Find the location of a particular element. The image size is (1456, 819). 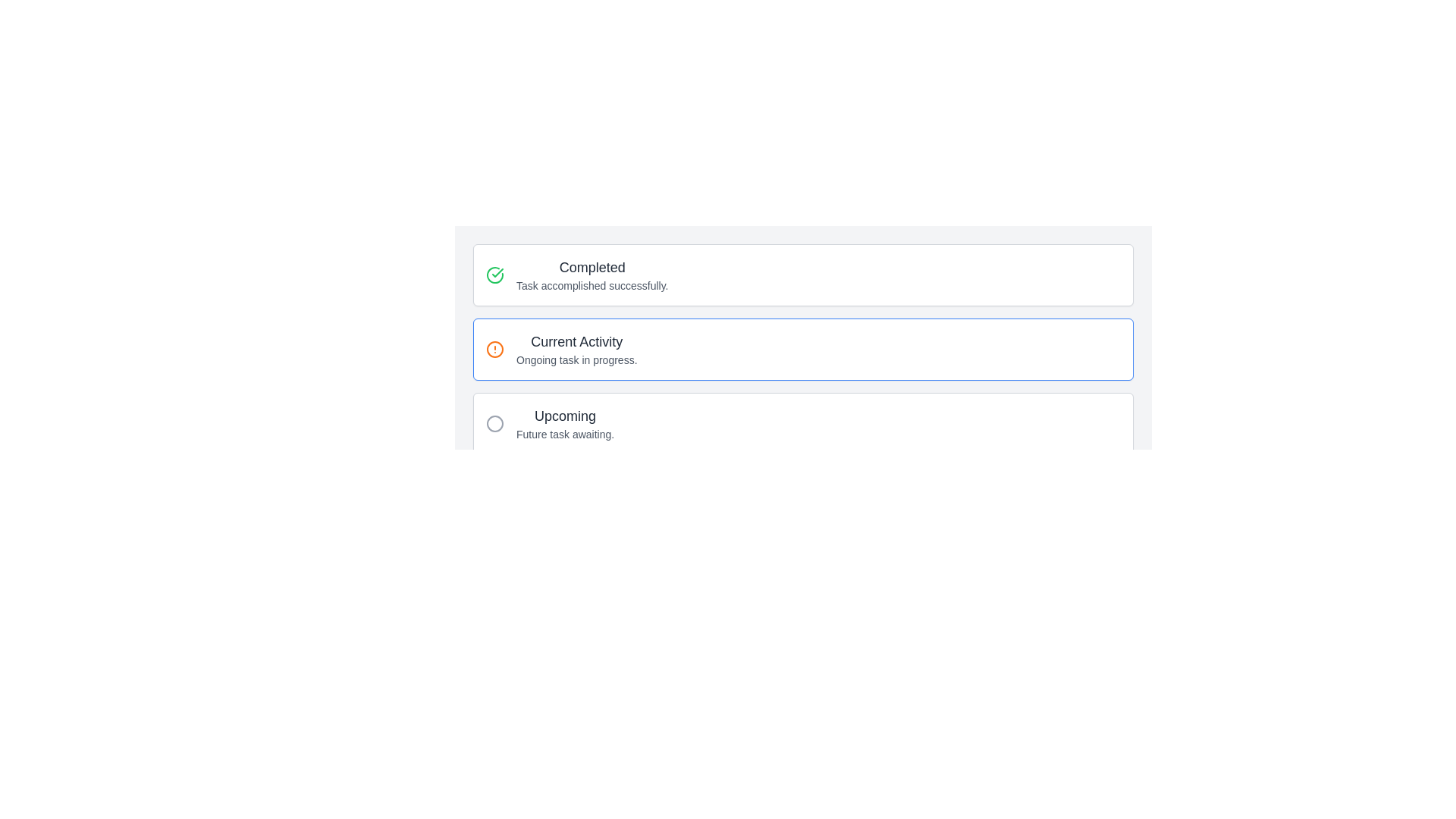

the 'Completed' status icon located to the left of the text 'Completed Task accomplished successfully' to associate it with the status it represents is located at coordinates (494, 275).